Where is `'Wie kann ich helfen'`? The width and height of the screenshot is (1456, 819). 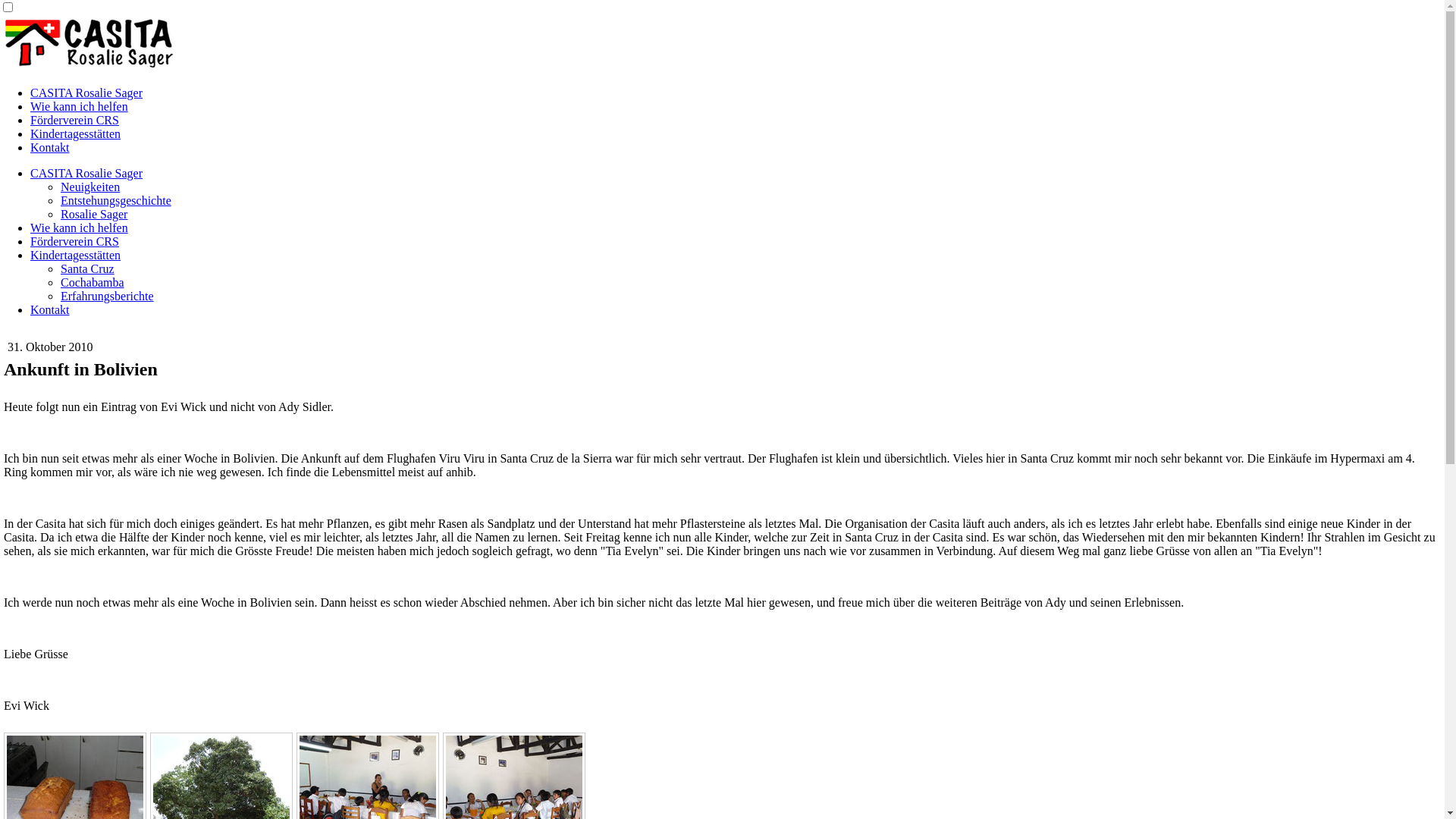
'Wie kann ich helfen' is located at coordinates (78, 105).